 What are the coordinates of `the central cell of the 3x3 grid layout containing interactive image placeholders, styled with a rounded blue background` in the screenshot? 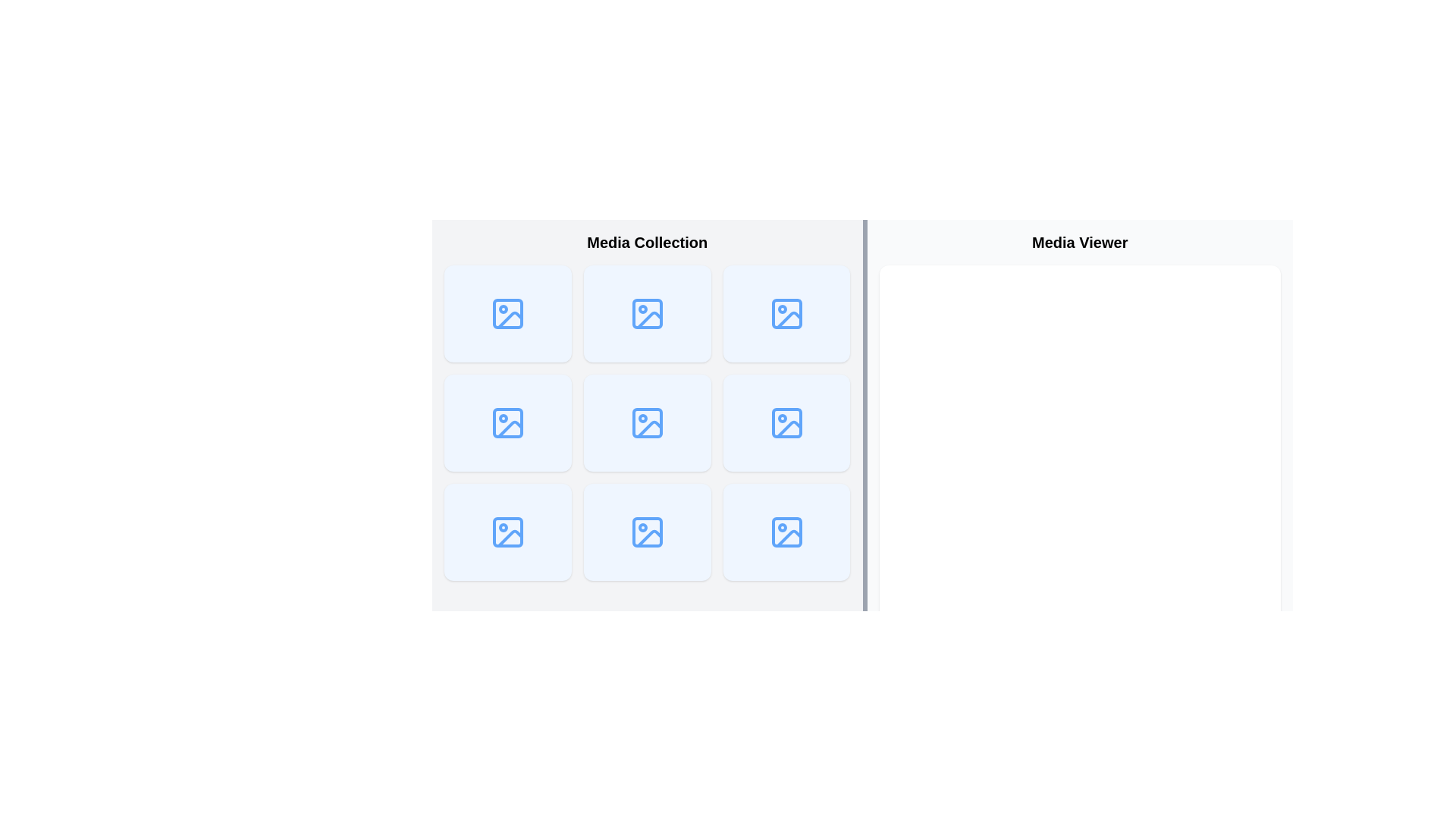 It's located at (647, 423).